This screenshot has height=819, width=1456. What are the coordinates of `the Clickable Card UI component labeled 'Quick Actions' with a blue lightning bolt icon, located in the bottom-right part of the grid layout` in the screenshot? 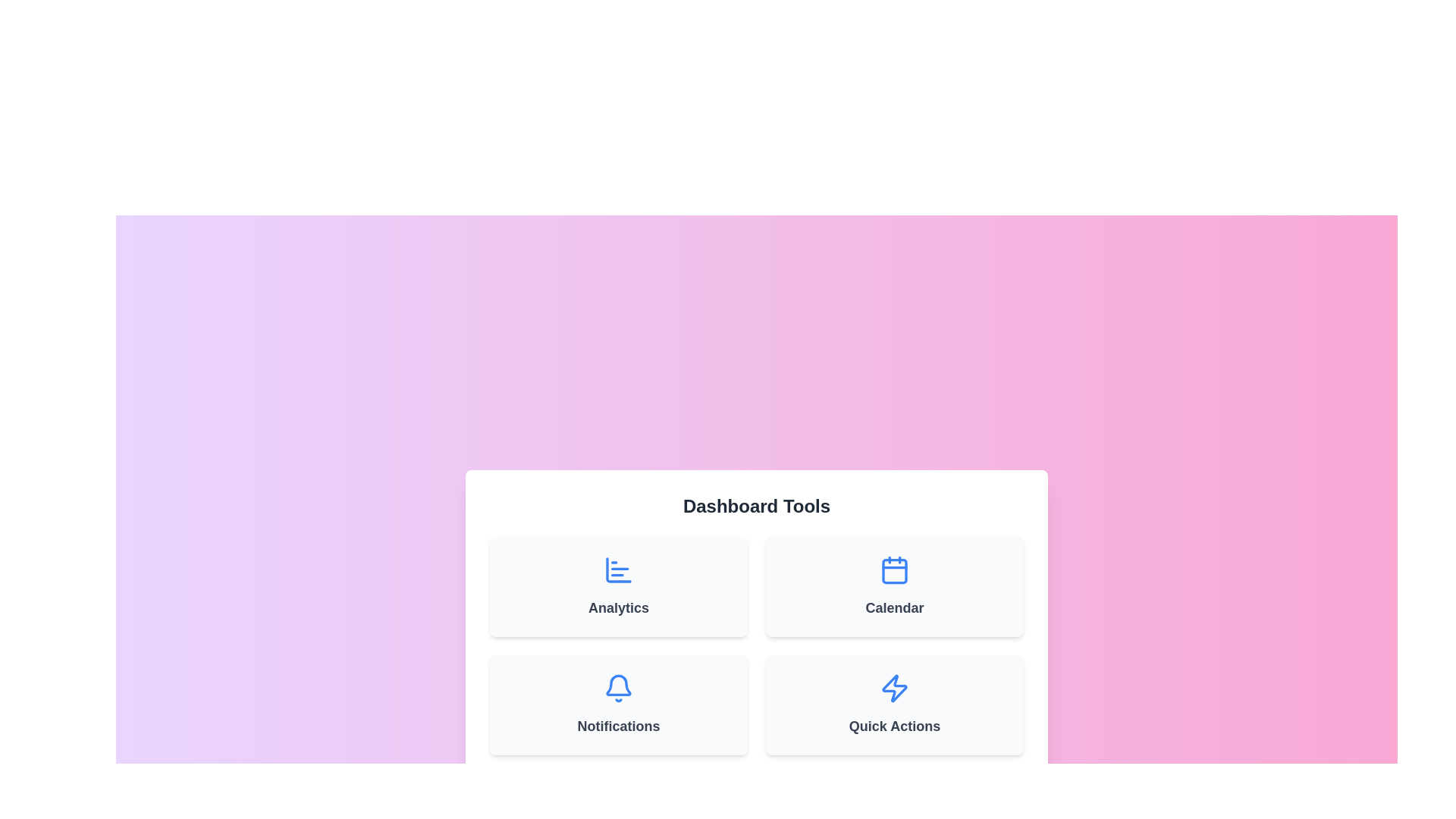 It's located at (895, 704).